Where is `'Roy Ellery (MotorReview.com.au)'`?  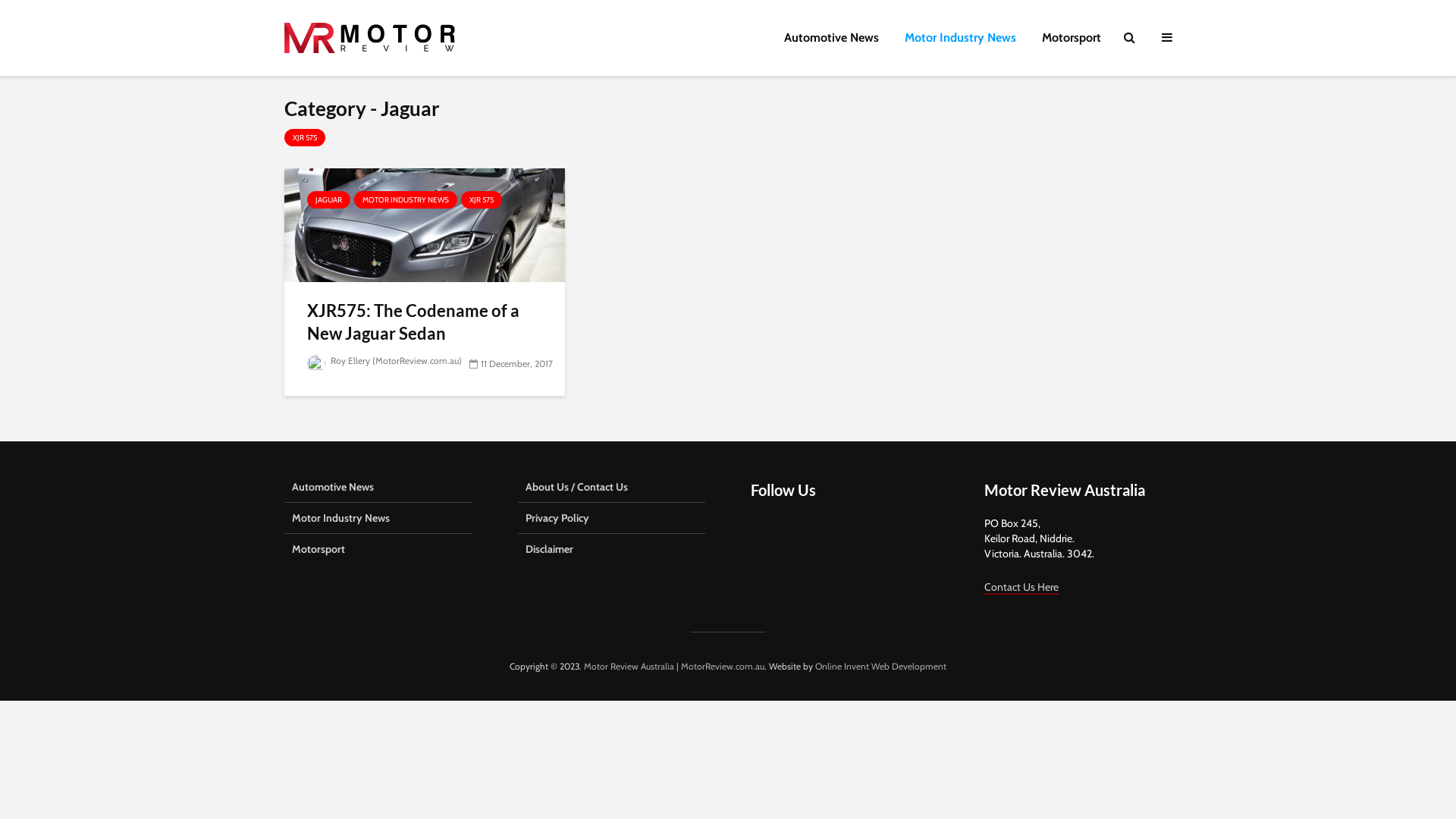 'Roy Ellery (MotorReview.com.au)' is located at coordinates (384, 360).